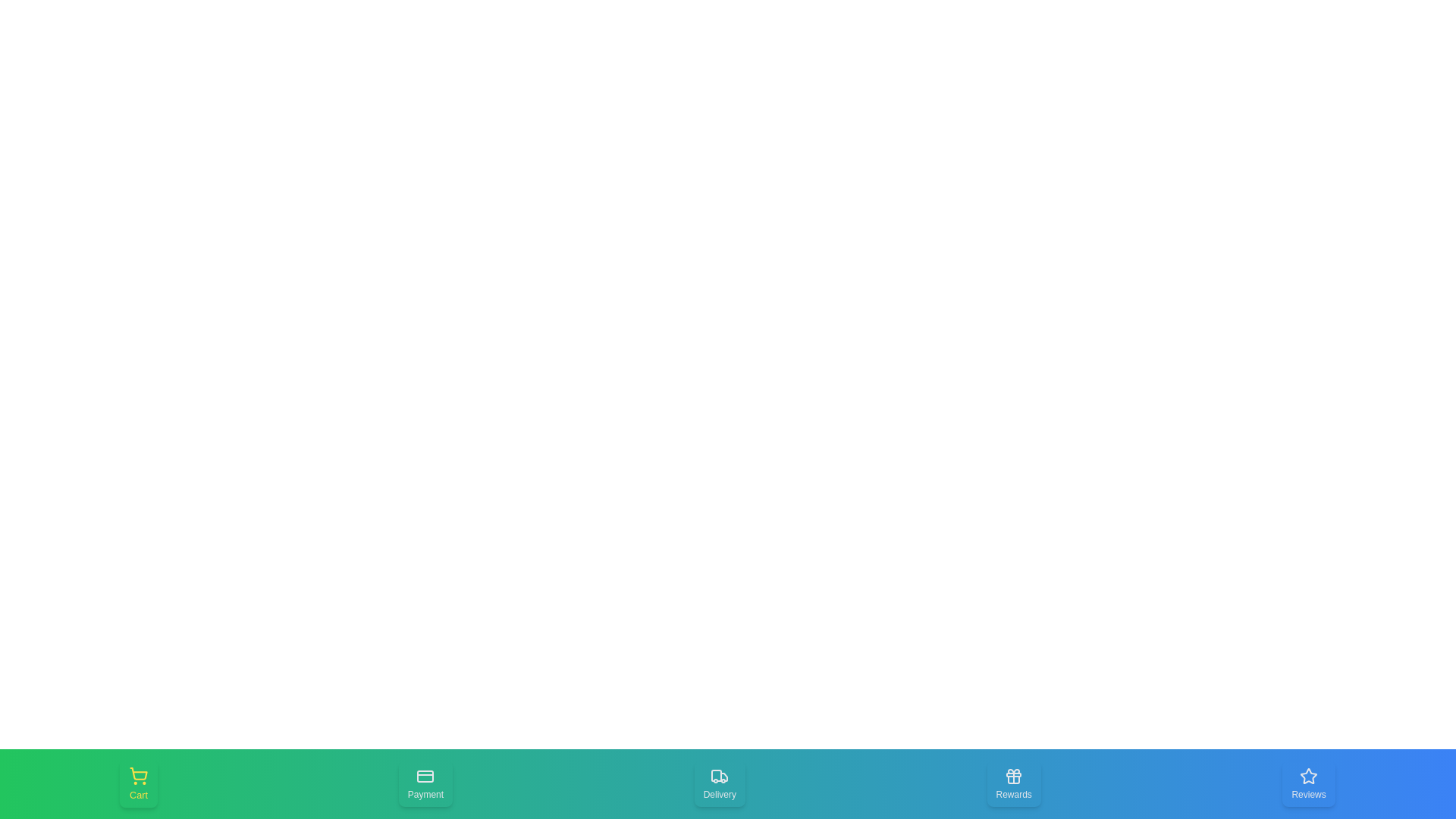 The image size is (1456, 819). What do you see at coordinates (1014, 783) in the screenshot?
I see `the Rewards tab in the bottom navigation bar` at bounding box center [1014, 783].